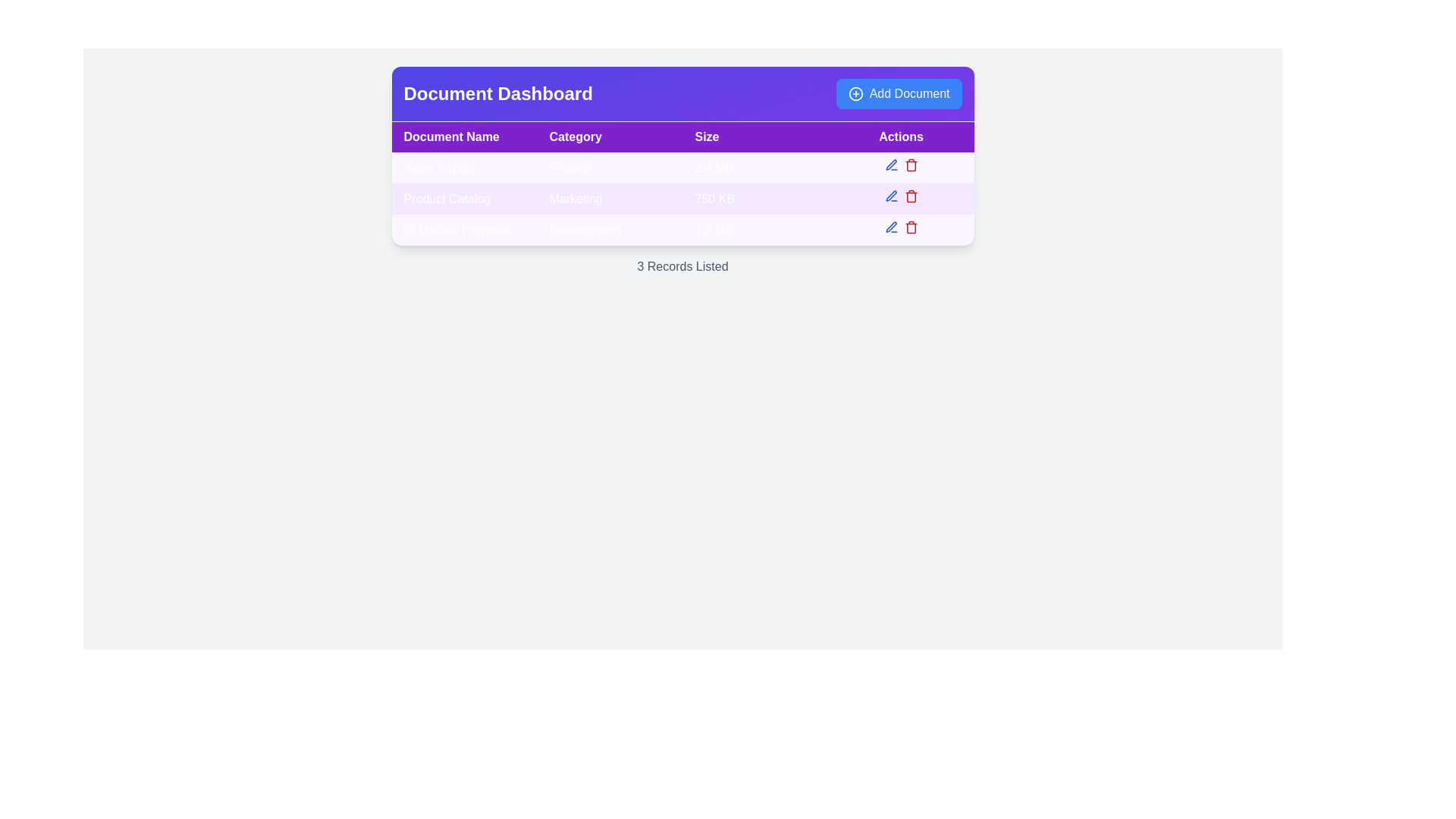 The height and width of the screenshot is (819, 1456). What do you see at coordinates (891, 165) in the screenshot?
I see `the small pen icon in the 'Actions' column of the data grid corresponding to the 'Product Catalog' row` at bounding box center [891, 165].